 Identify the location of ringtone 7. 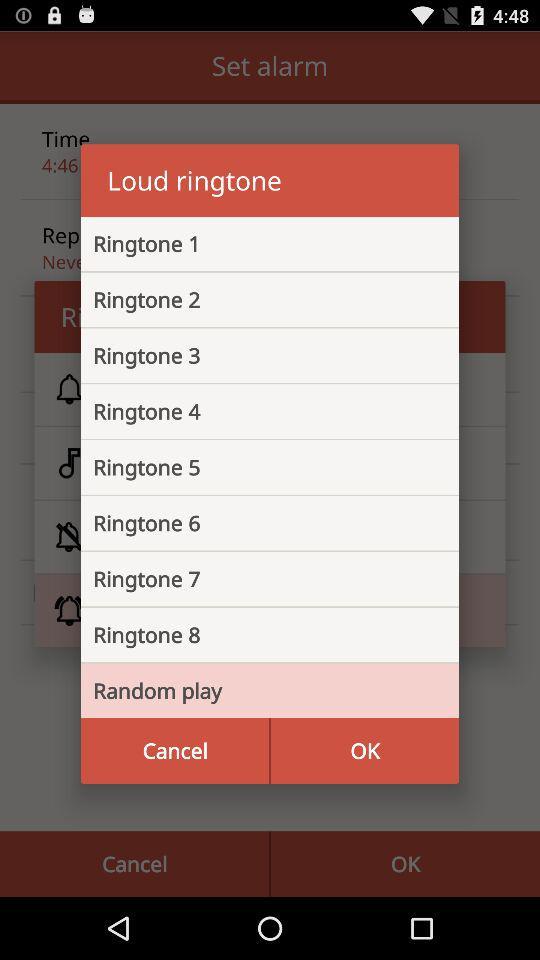
(254, 579).